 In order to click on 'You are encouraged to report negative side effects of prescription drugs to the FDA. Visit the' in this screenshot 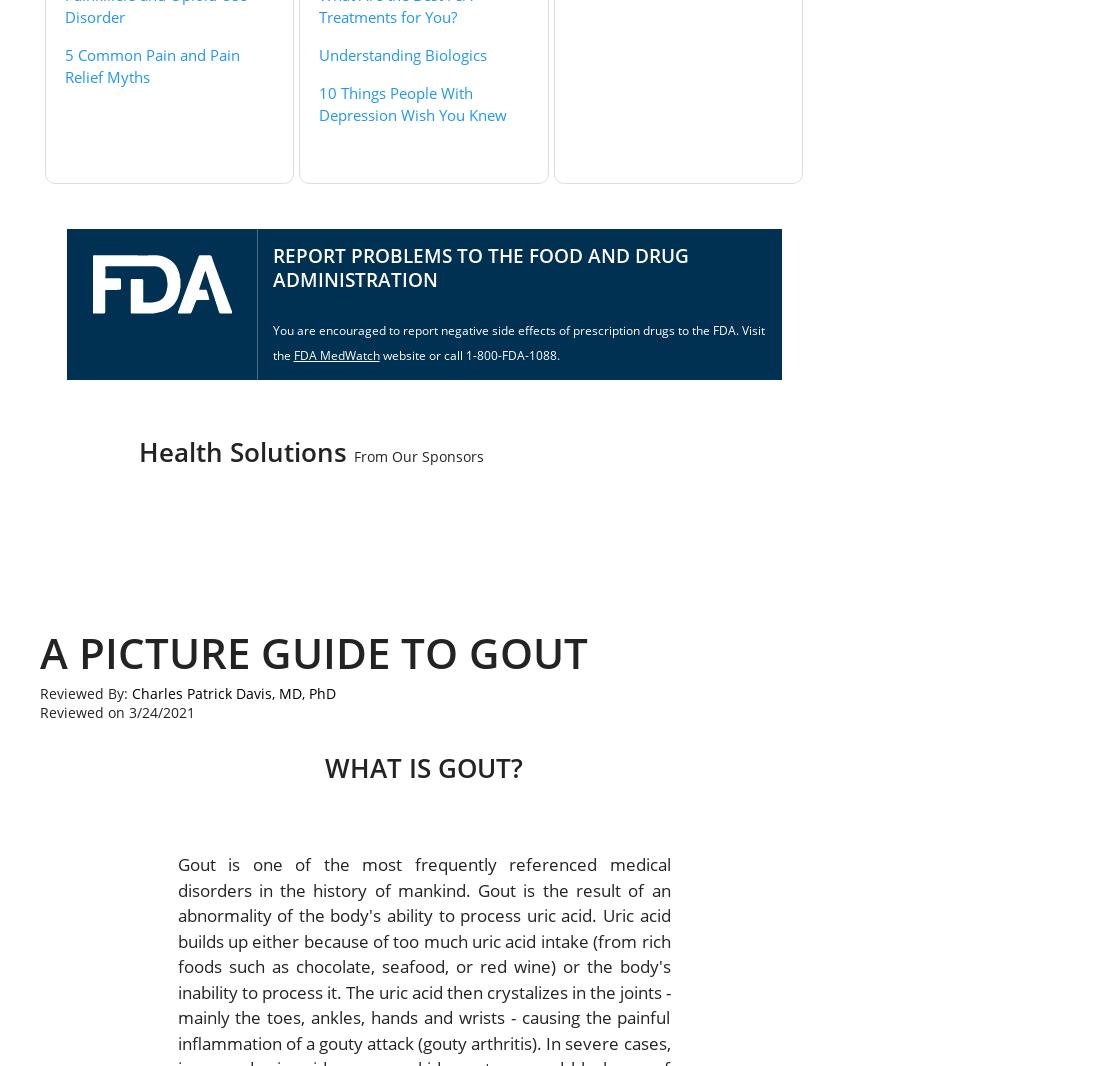, I will do `click(272, 342)`.